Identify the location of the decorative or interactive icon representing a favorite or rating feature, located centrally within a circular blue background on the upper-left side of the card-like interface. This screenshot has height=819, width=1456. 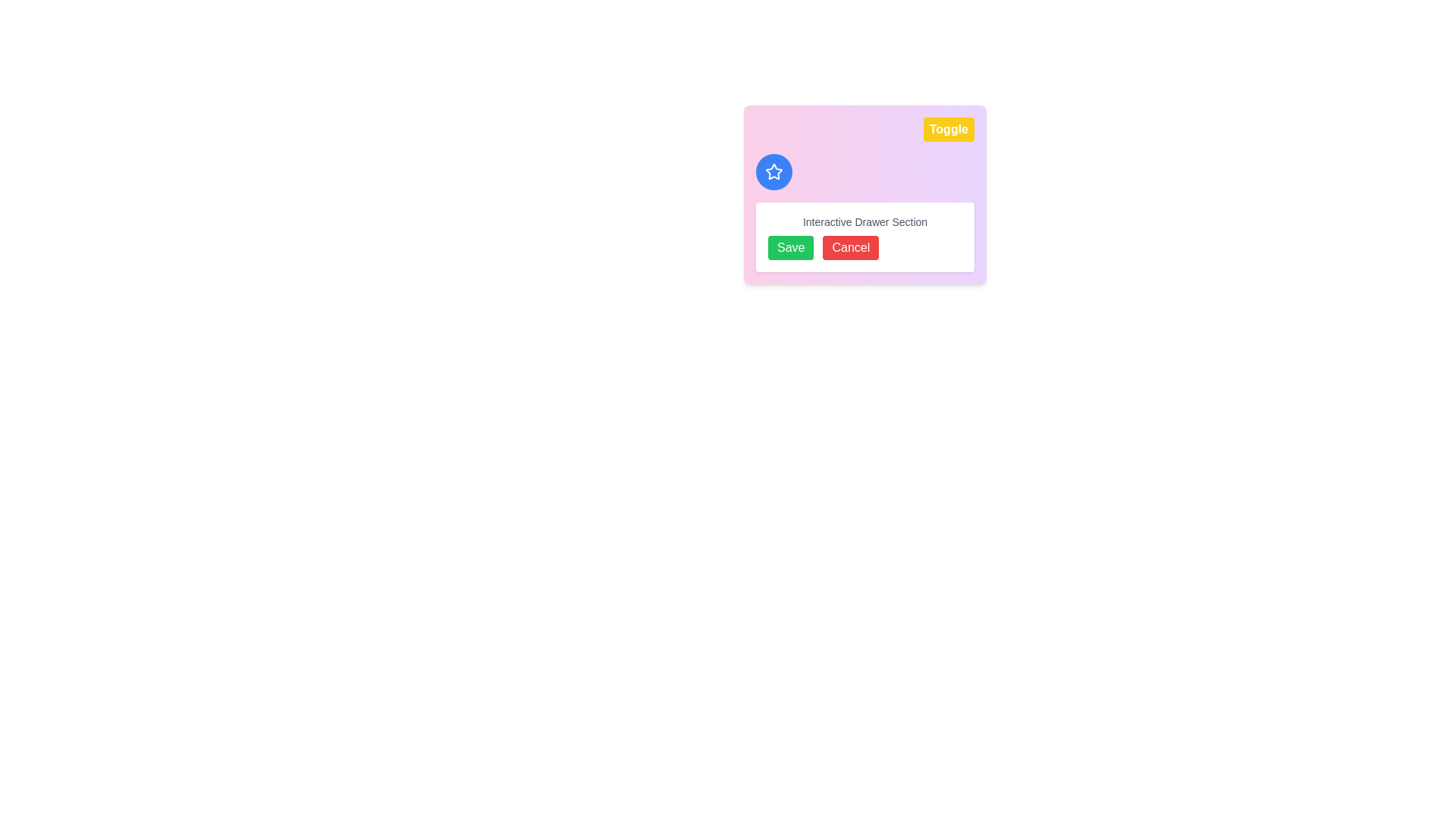
(774, 171).